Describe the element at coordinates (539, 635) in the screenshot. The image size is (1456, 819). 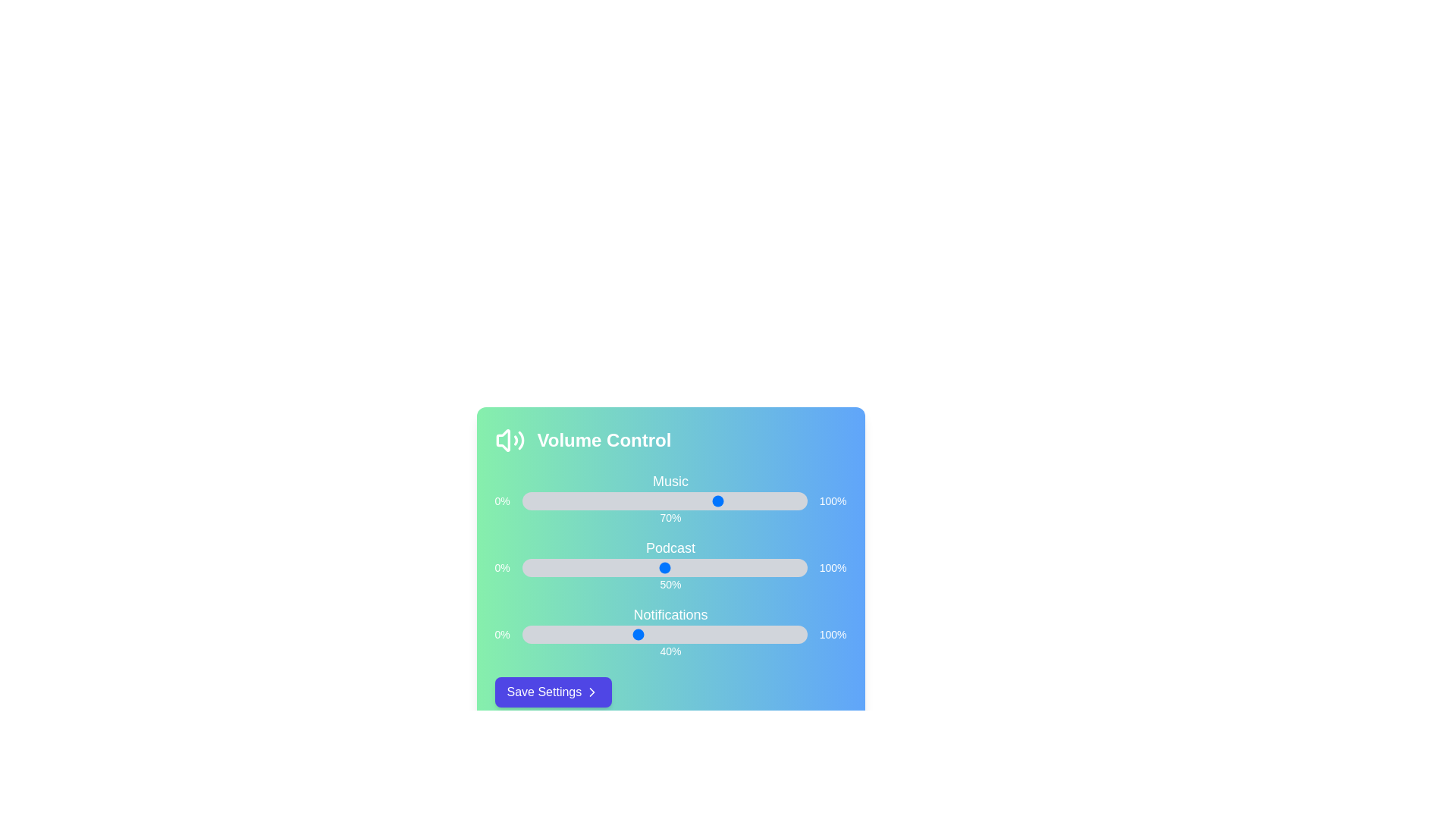
I see `the 'Notifications' volume slider to 6%` at that location.